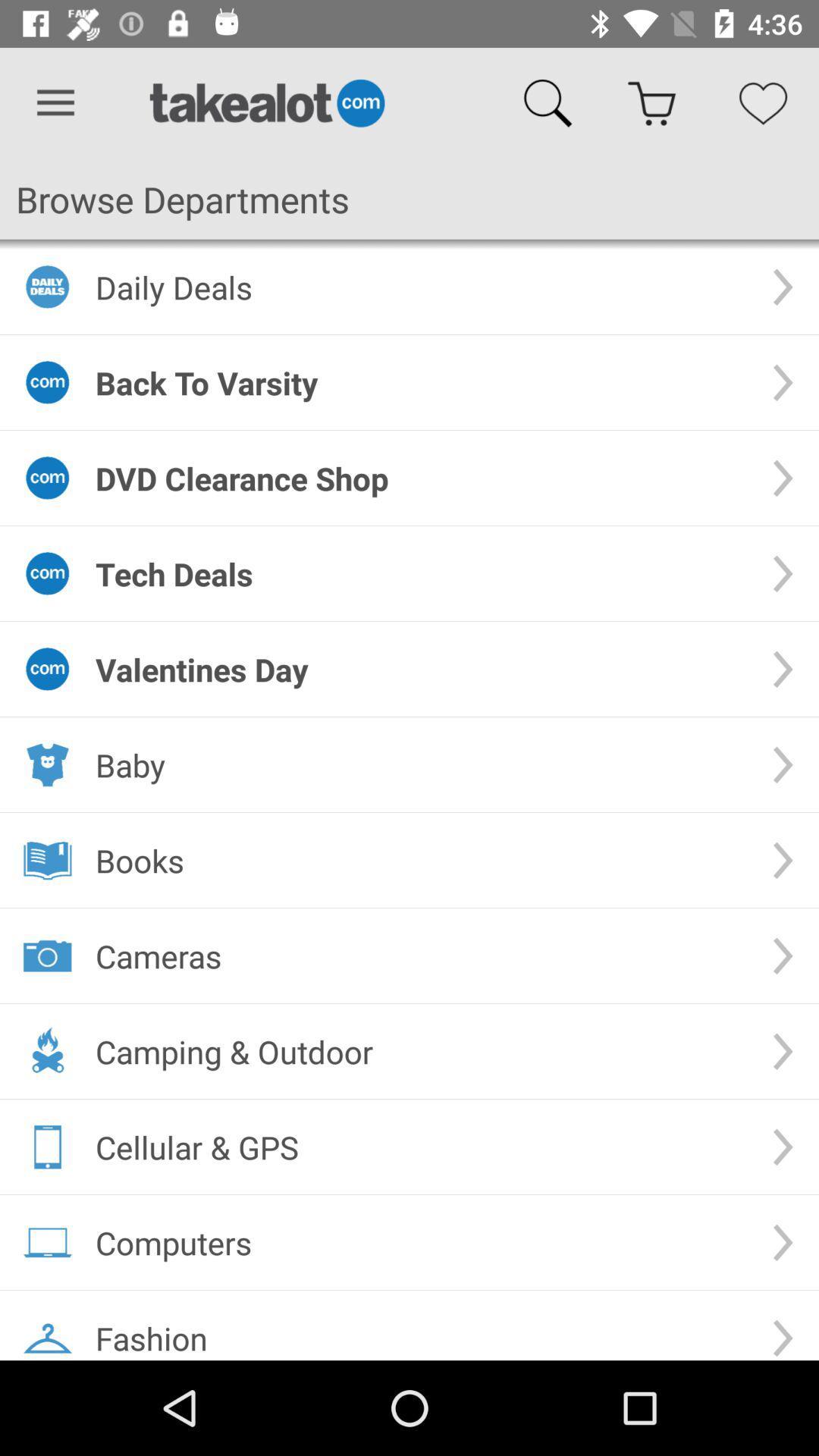  I want to click on the icon above tech deals, so click(421, 477).